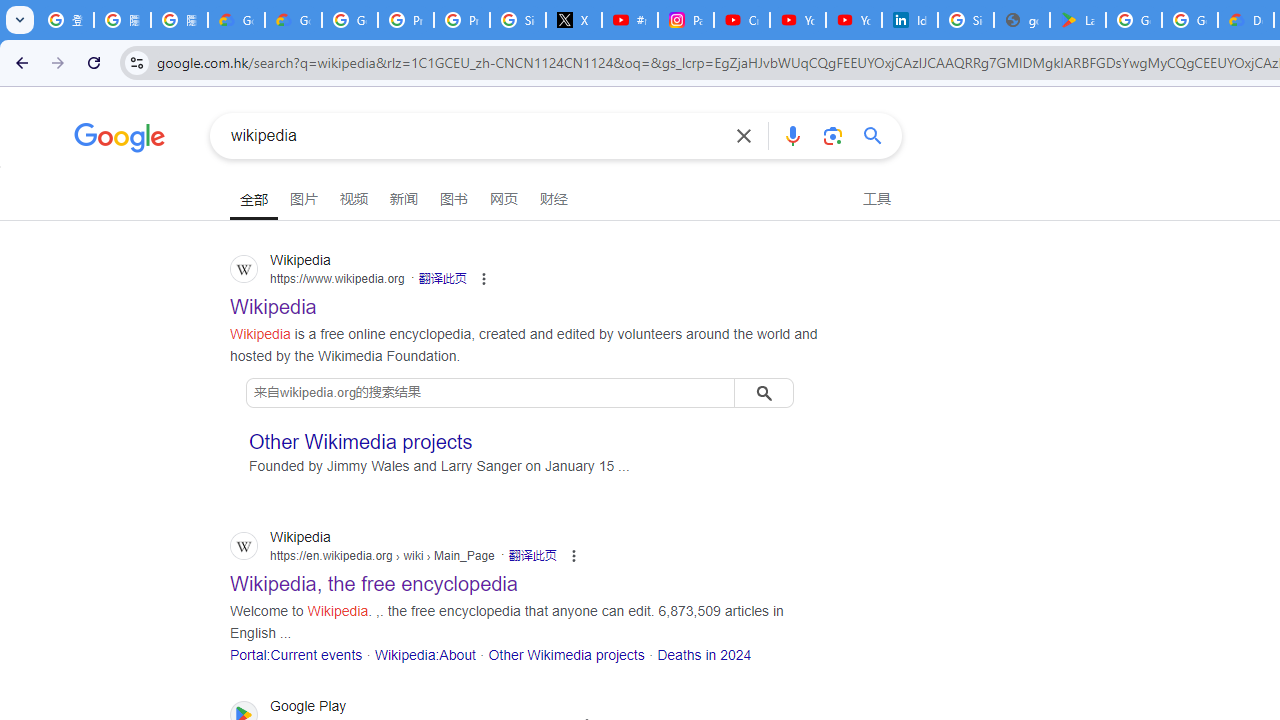  What do you see at coordinates (628, 20) in the screenshot?
I see `'#nbabasketballhighlights - YouTube'` at bounding box center [628, 20].